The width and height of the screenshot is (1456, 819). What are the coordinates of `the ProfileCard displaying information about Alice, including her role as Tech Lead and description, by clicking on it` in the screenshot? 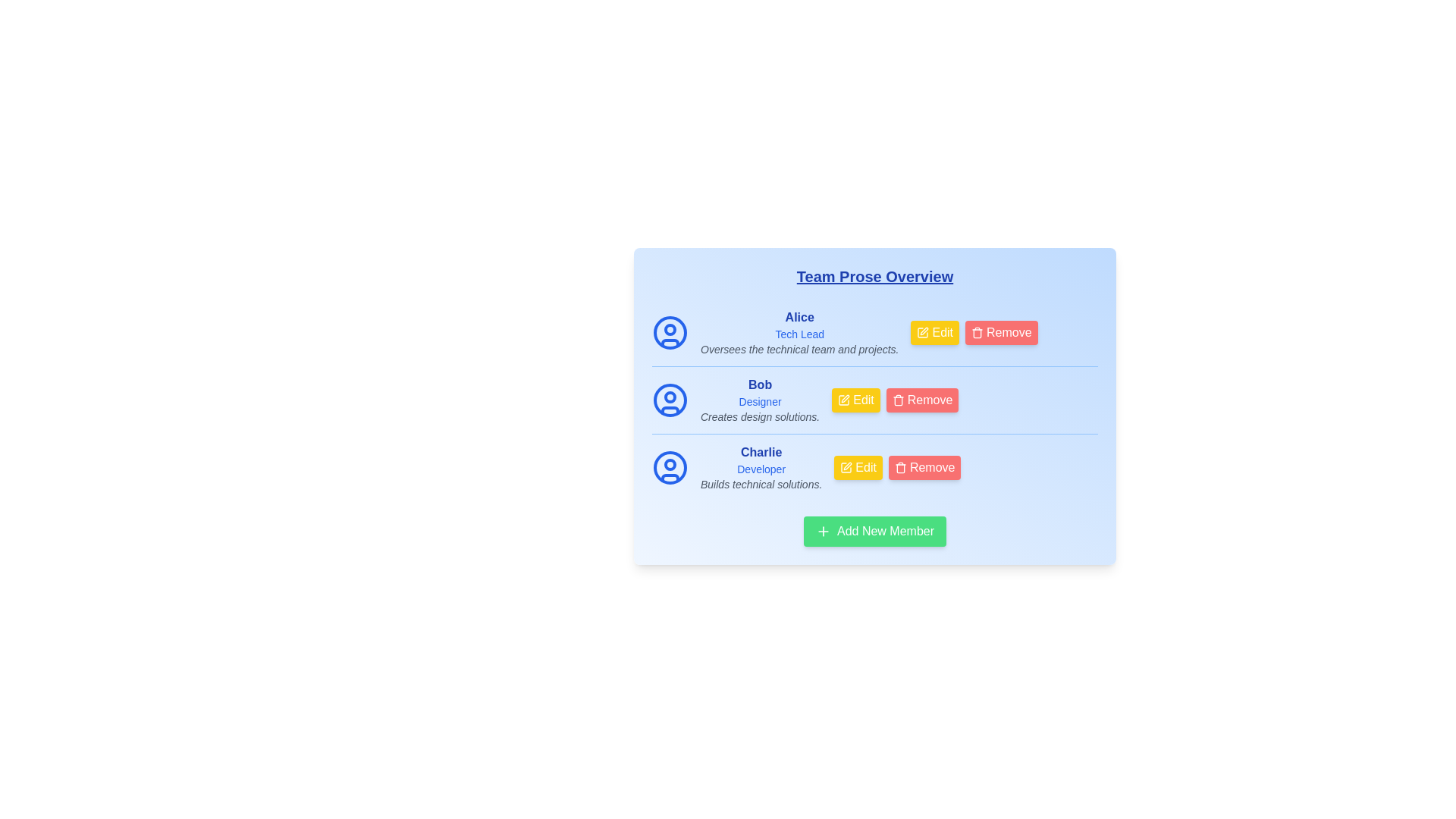 It's located at (874, 332).